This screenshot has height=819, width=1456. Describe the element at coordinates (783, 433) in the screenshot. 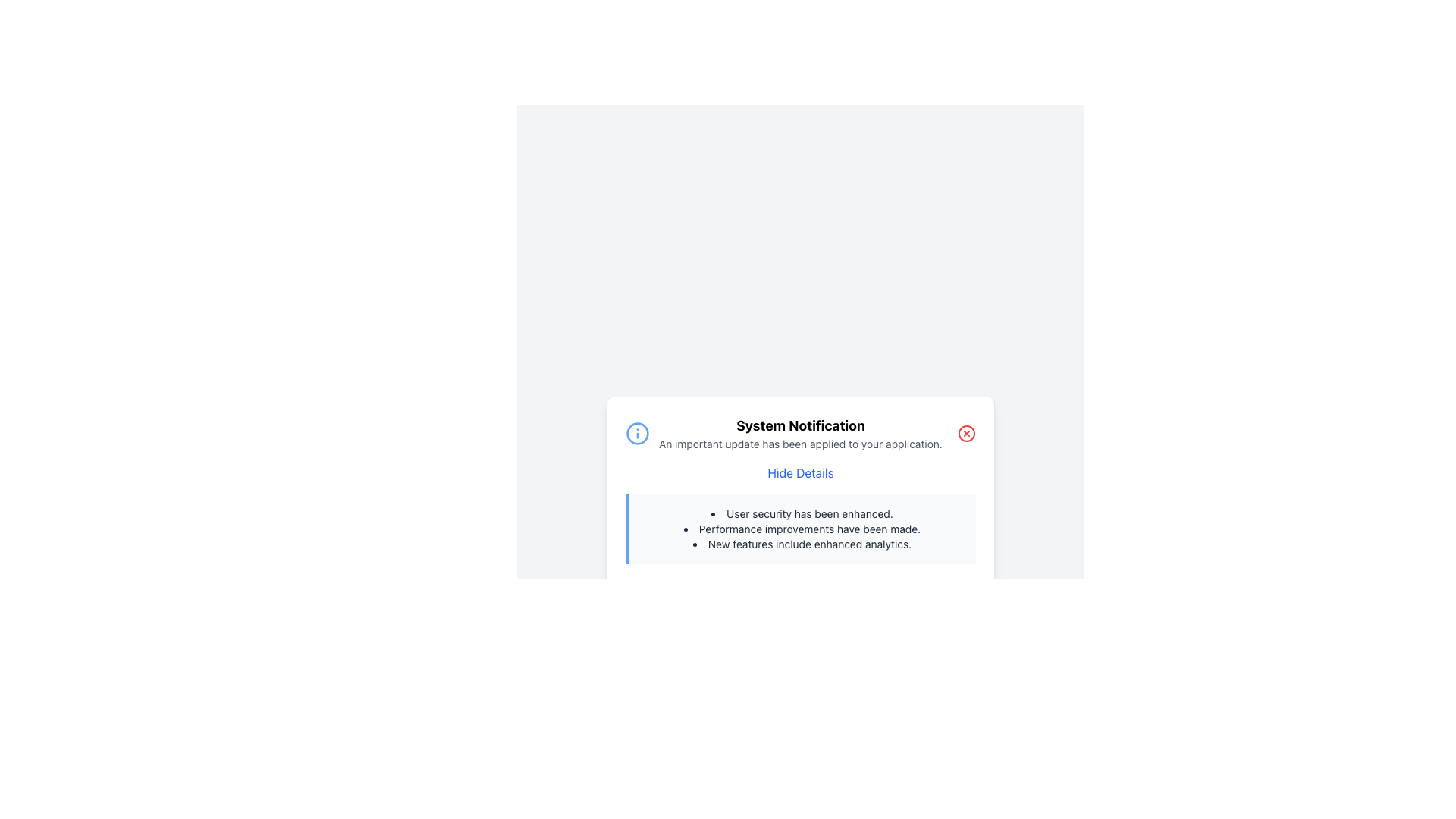

I see `the Notification Header element that notifies the user about application updates, located at the center top part of the notification box` at that location.